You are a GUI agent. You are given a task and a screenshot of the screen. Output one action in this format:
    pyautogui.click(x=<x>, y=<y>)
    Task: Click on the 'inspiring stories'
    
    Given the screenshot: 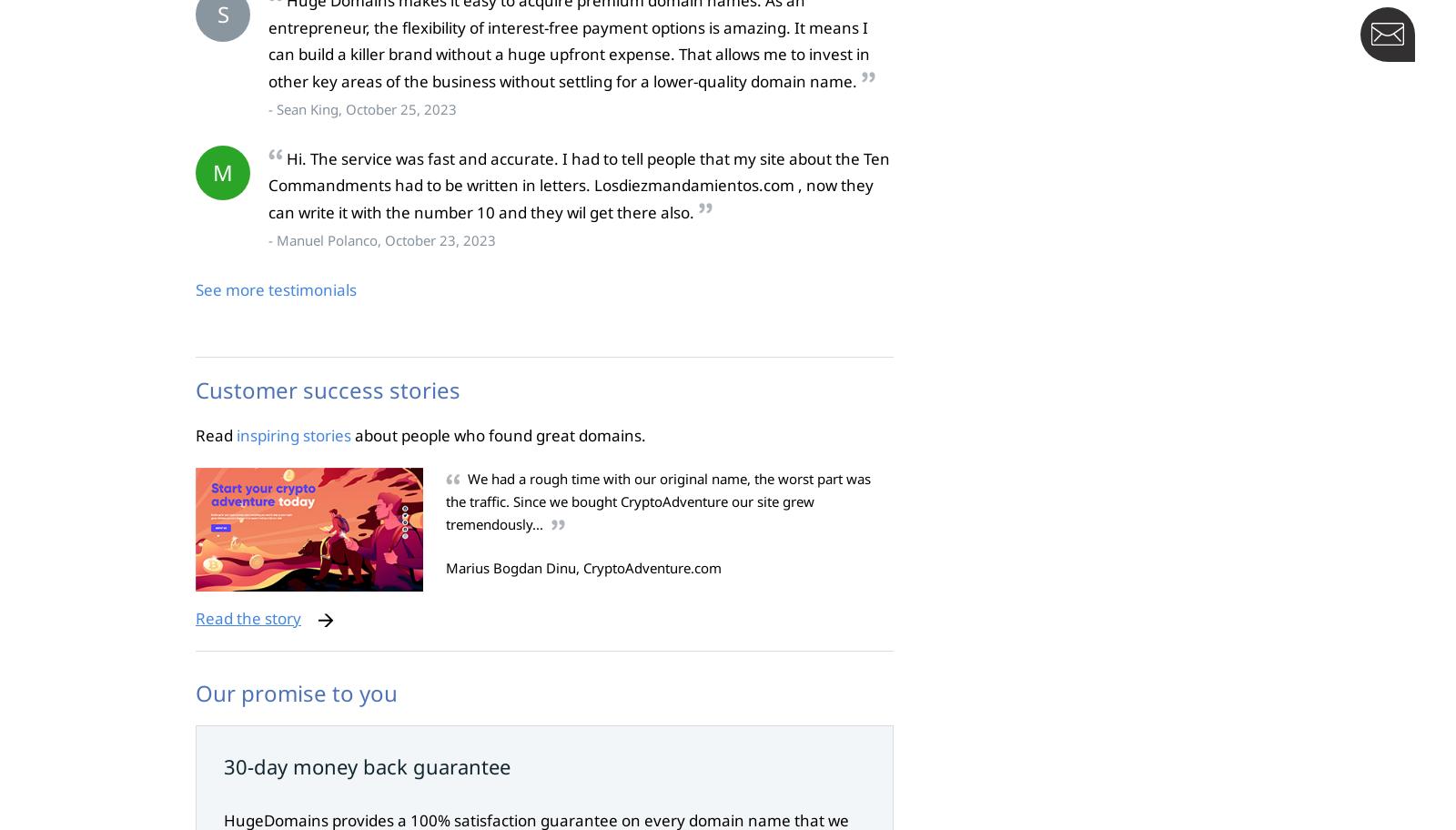 What is the action you would take?
    pyautogui.click(x=294, y=435)
    